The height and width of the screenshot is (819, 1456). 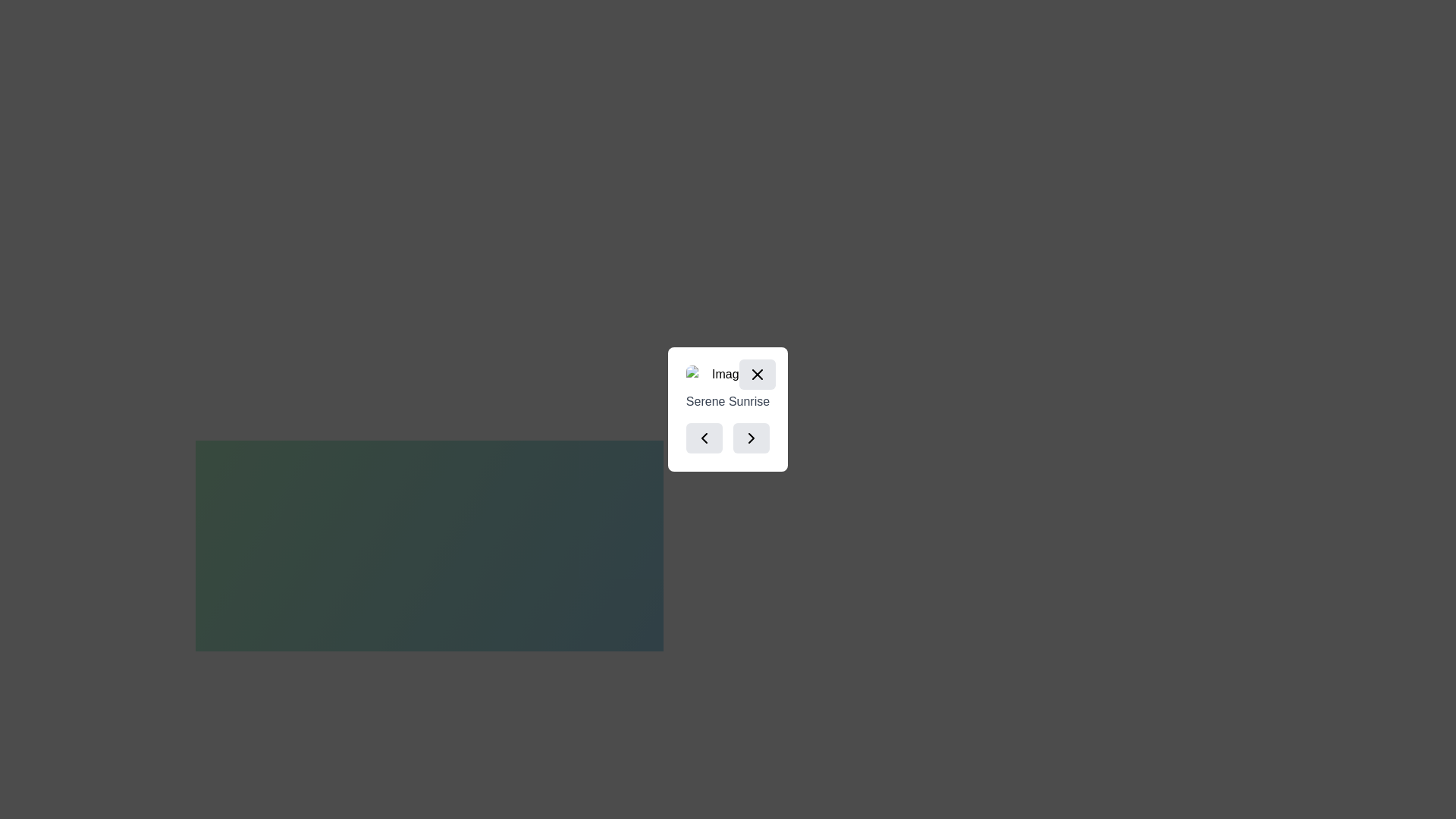 I want to click on text label displaying 'Serene Sunrise', which is centered below an image placeholder in a pop-up card-like structure, so click(x=728, y=400).